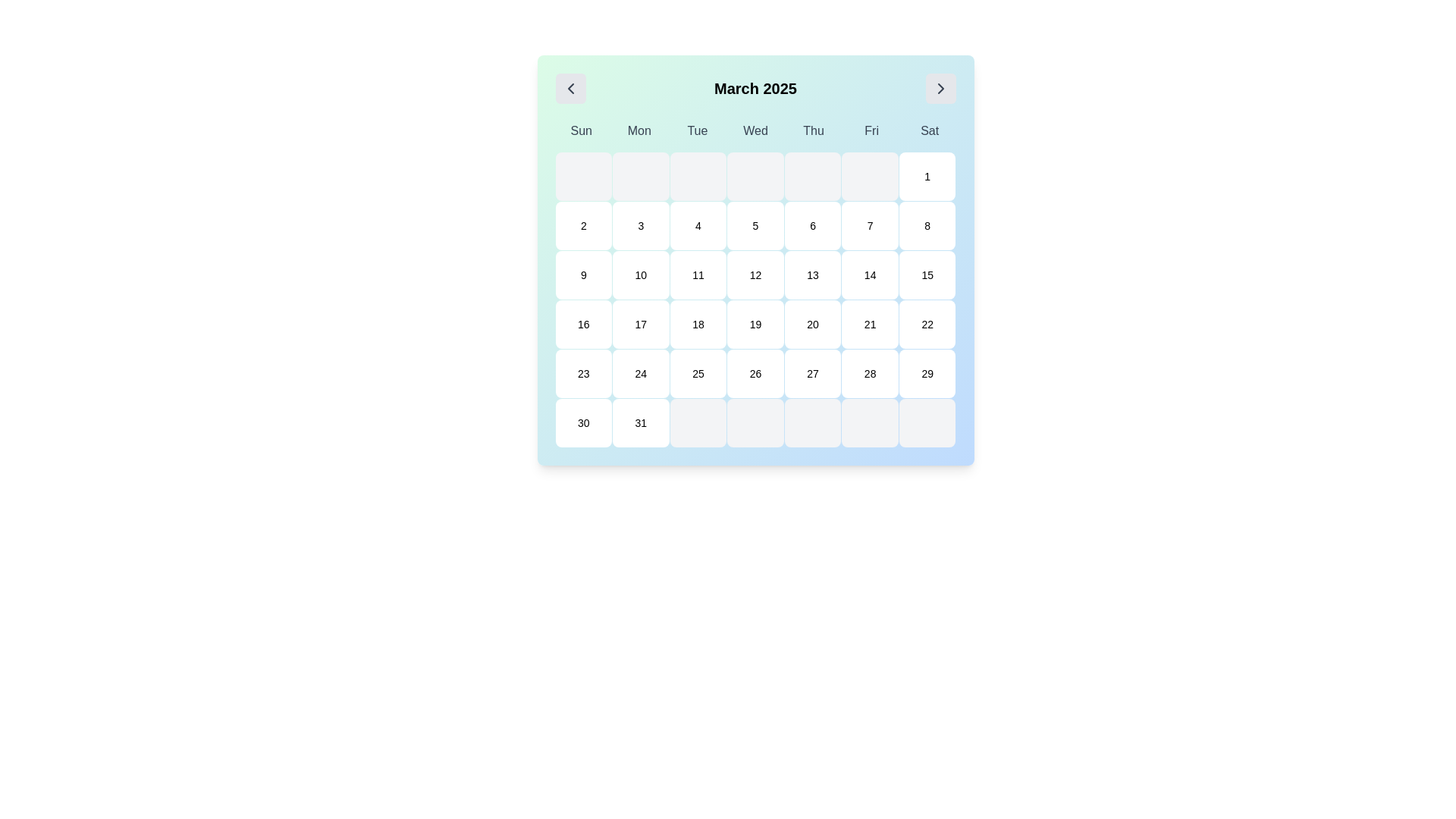 The image size is (1456, 819). Describe the element at coordinates (641, 275) in the screenshot. I see `the button representing the date '10' in the calendar interface` at that location.